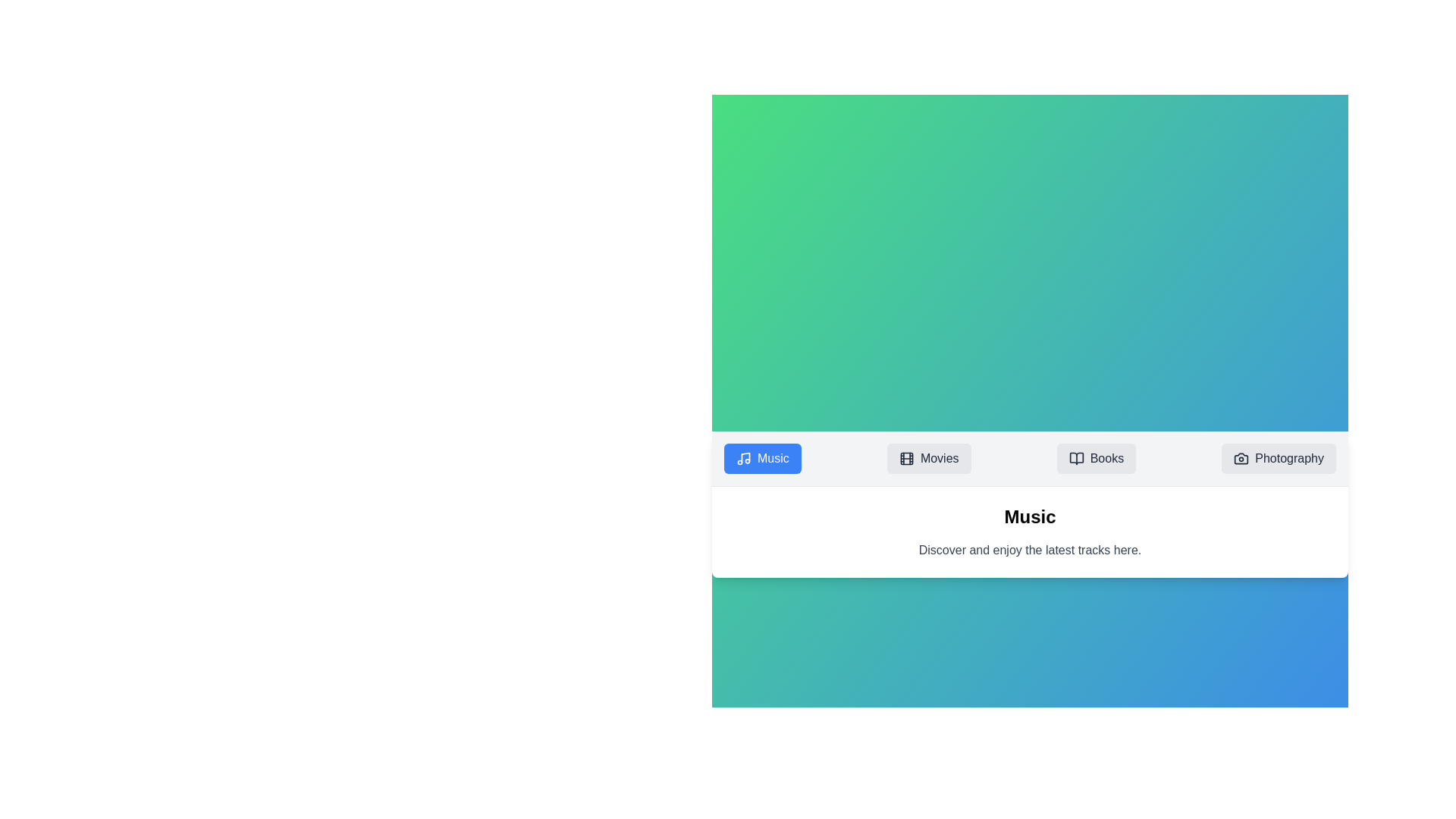 The width and height of the screenshot is (1456, 819). I want to click on the 'Movies' menu label, which is located to the right of the film reel icon and adjacent to 'Music' on the left and 'Books' on the right, so click(939, 457).